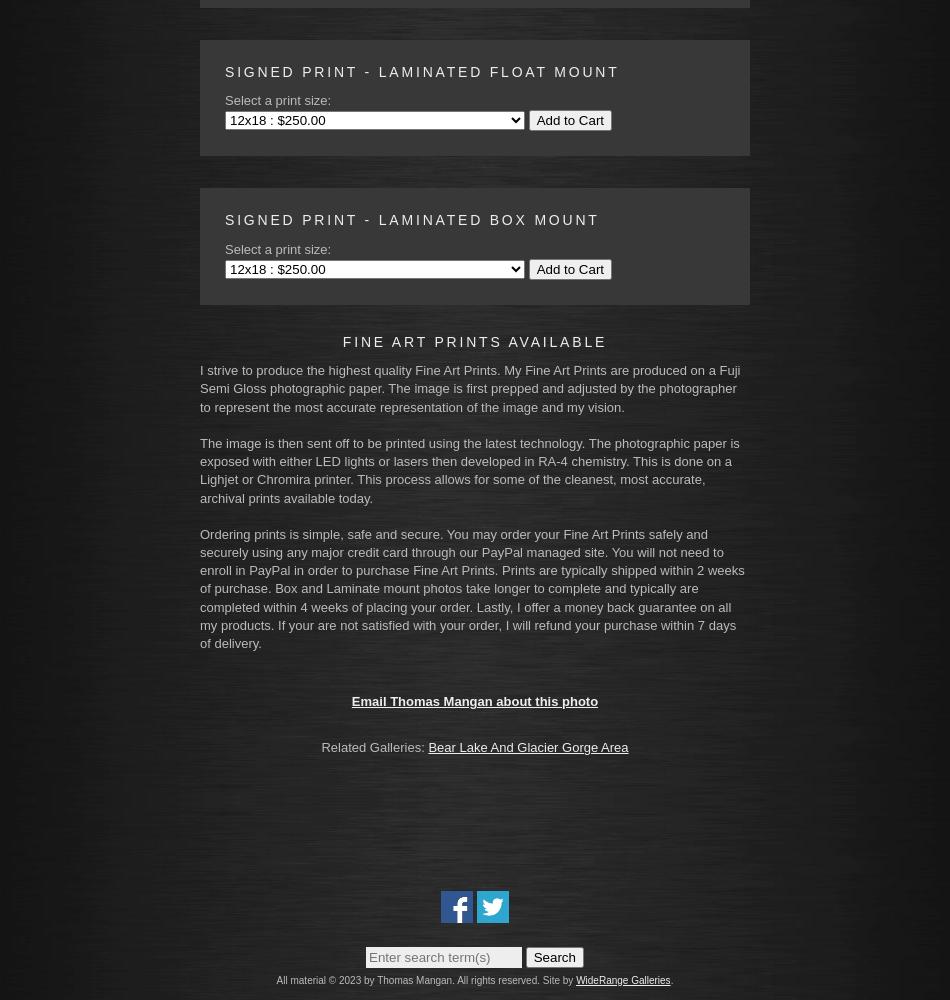 This screenshot has height=1000, width=950. What do you see at coordinates (468, 469) in the screenshot?
I see `'The image is then sent off to be printed using the latest technology. The photographic paper is exposed with either LED lights or lasers then developed in RA-4 chemistry. This is done on a Lighjet or Chromira printer. This process allows for some of the cleanest, most accurate, archival prints available today.'` at bounding box center [468, 469].